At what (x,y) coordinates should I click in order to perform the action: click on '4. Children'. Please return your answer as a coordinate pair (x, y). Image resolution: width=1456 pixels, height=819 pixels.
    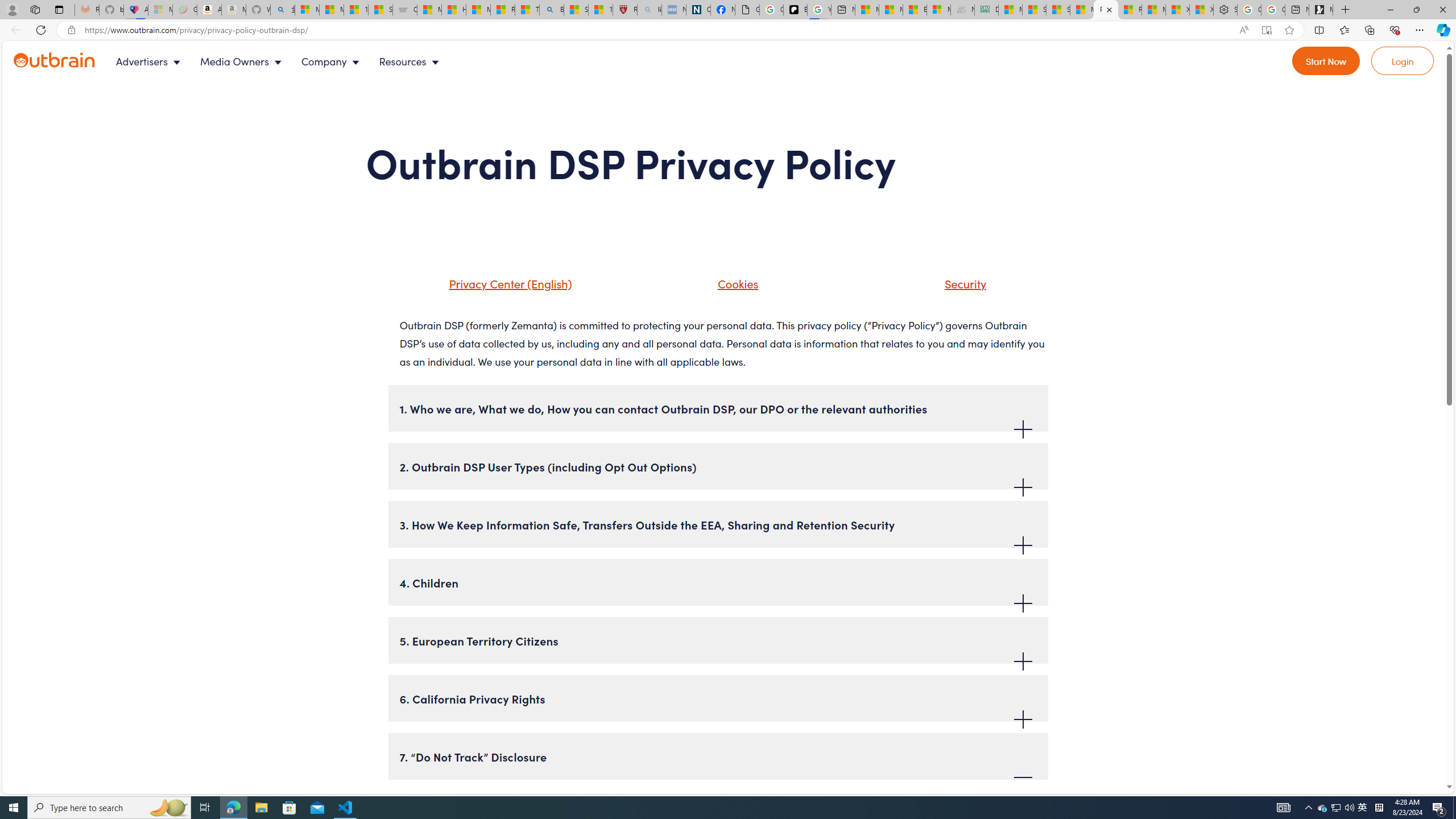
    Looking at the image, I should click on (717, 582).